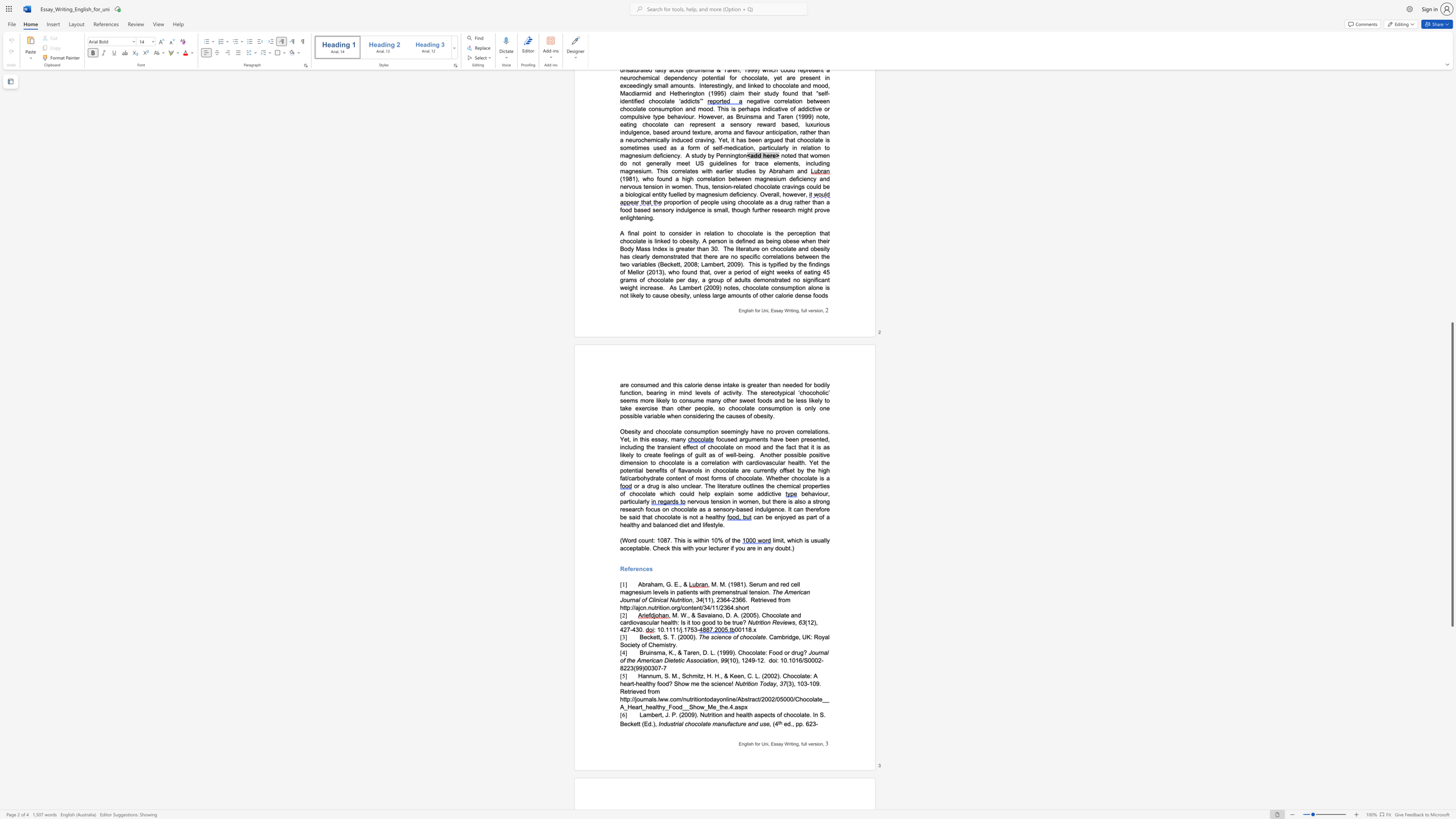  Describe the element at coordinates (1451, 215) in the screenshot. I see `the scrollbar on the side` at that location.